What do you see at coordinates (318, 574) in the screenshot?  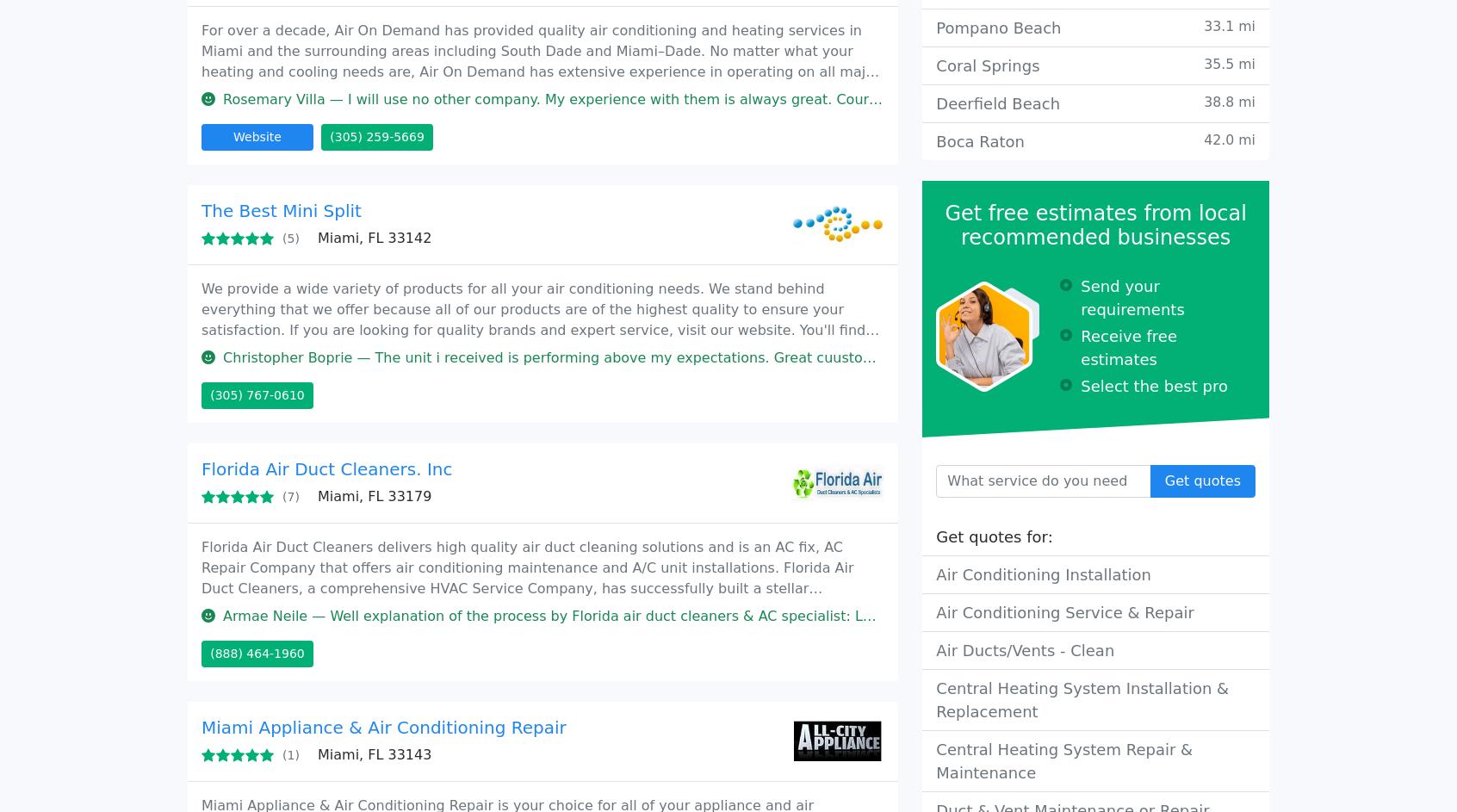 I see `'Miami, FL 33131'` at bounding box center [318, 574].